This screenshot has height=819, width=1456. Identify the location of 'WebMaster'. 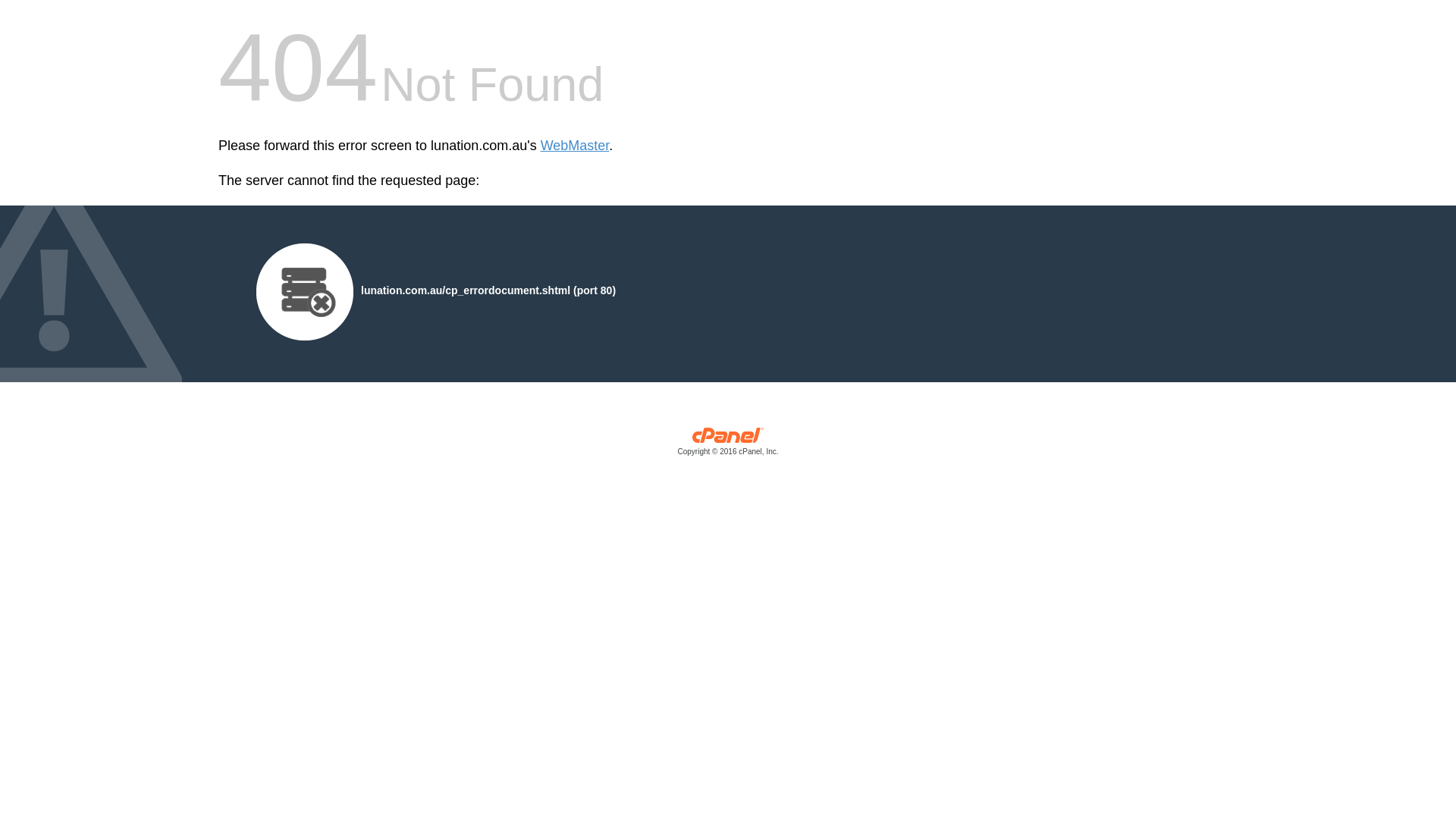
(574, 146).